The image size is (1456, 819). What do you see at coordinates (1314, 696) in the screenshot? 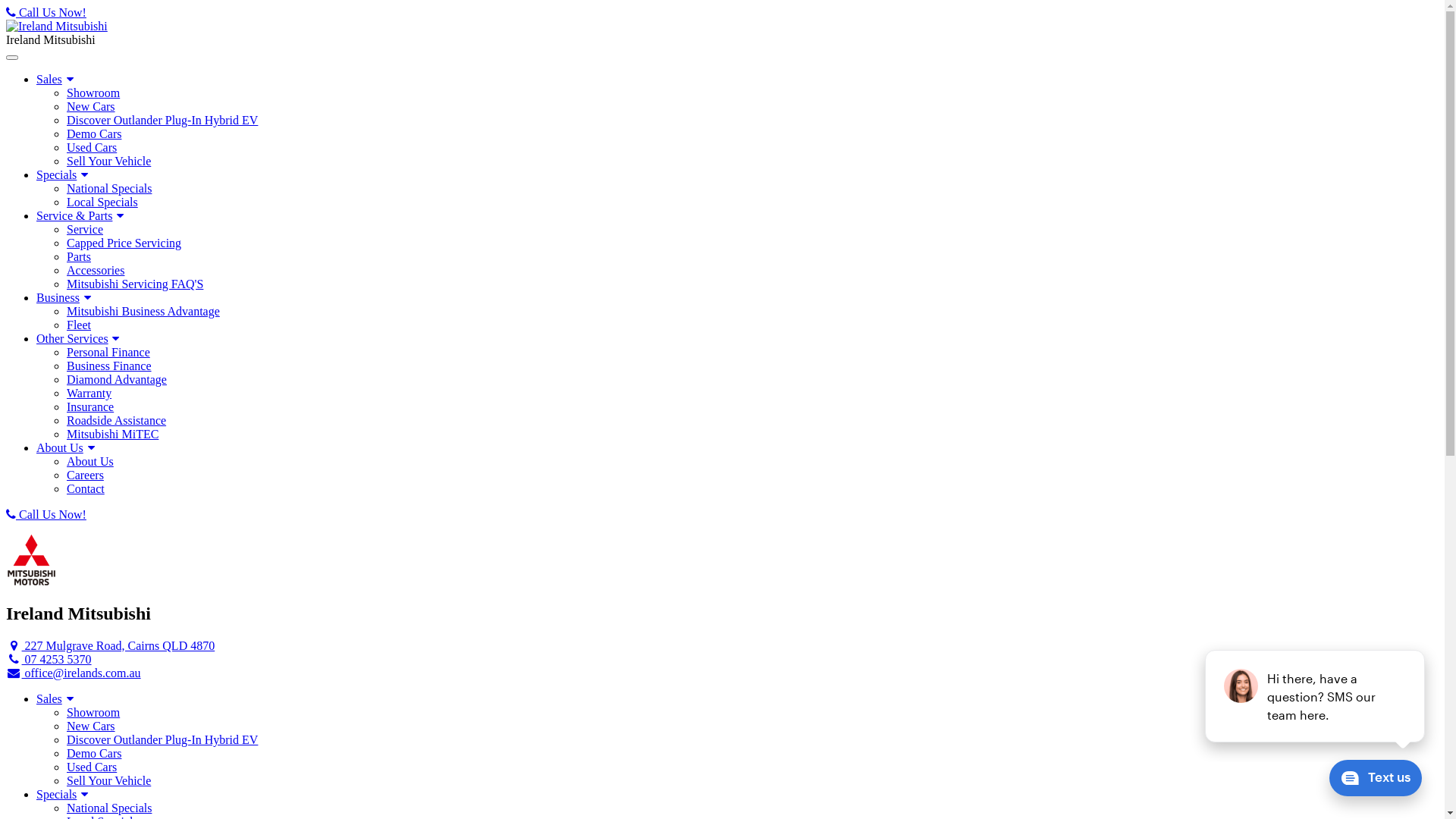
I see `'podium webchat widget prompt'` at bounding box center [1314, 696].